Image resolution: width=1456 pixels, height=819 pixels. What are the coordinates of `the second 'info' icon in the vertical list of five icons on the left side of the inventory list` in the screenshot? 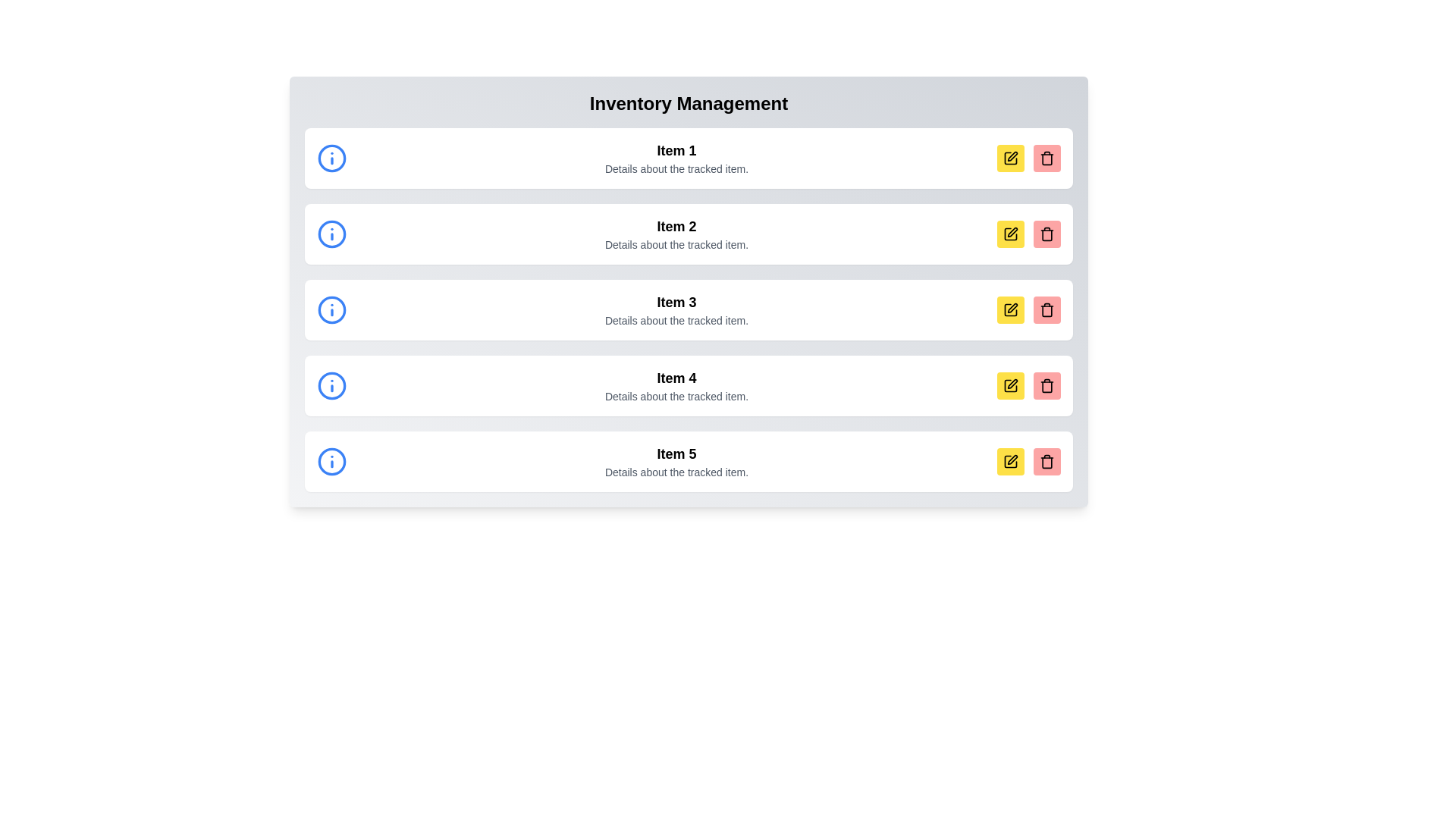 It's located at (331, 234).